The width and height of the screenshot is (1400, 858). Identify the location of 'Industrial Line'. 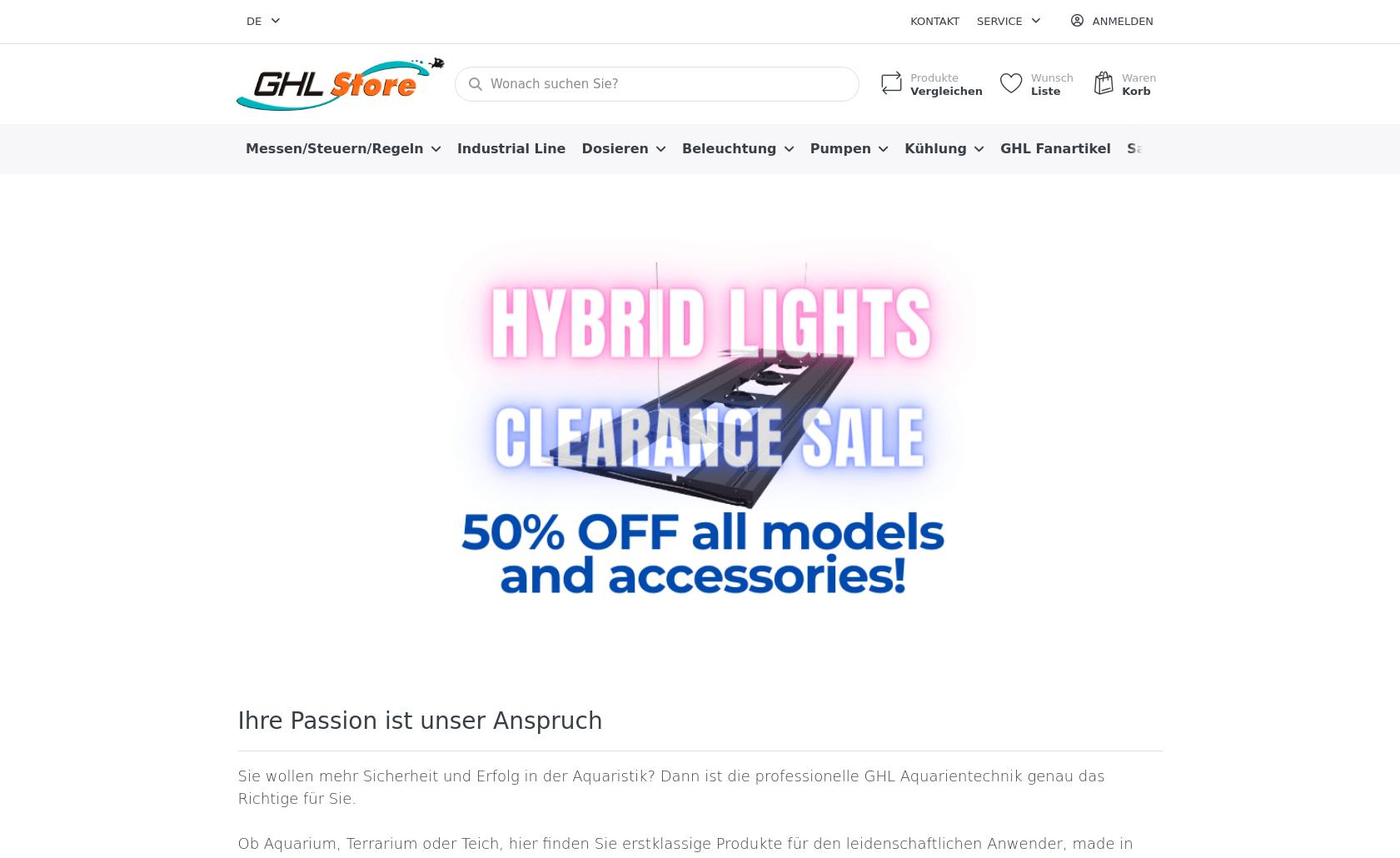
(510, 147).